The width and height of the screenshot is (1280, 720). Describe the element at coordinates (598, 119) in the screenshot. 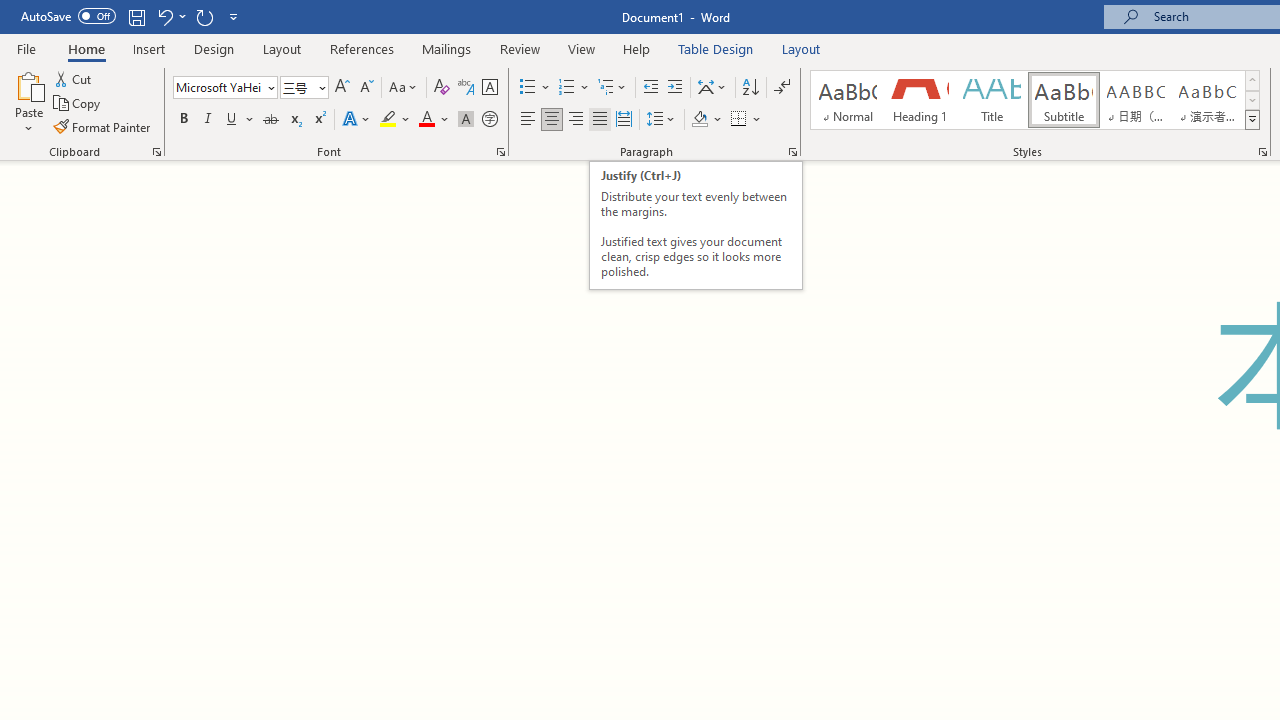

I see `'Justify'` at that location.